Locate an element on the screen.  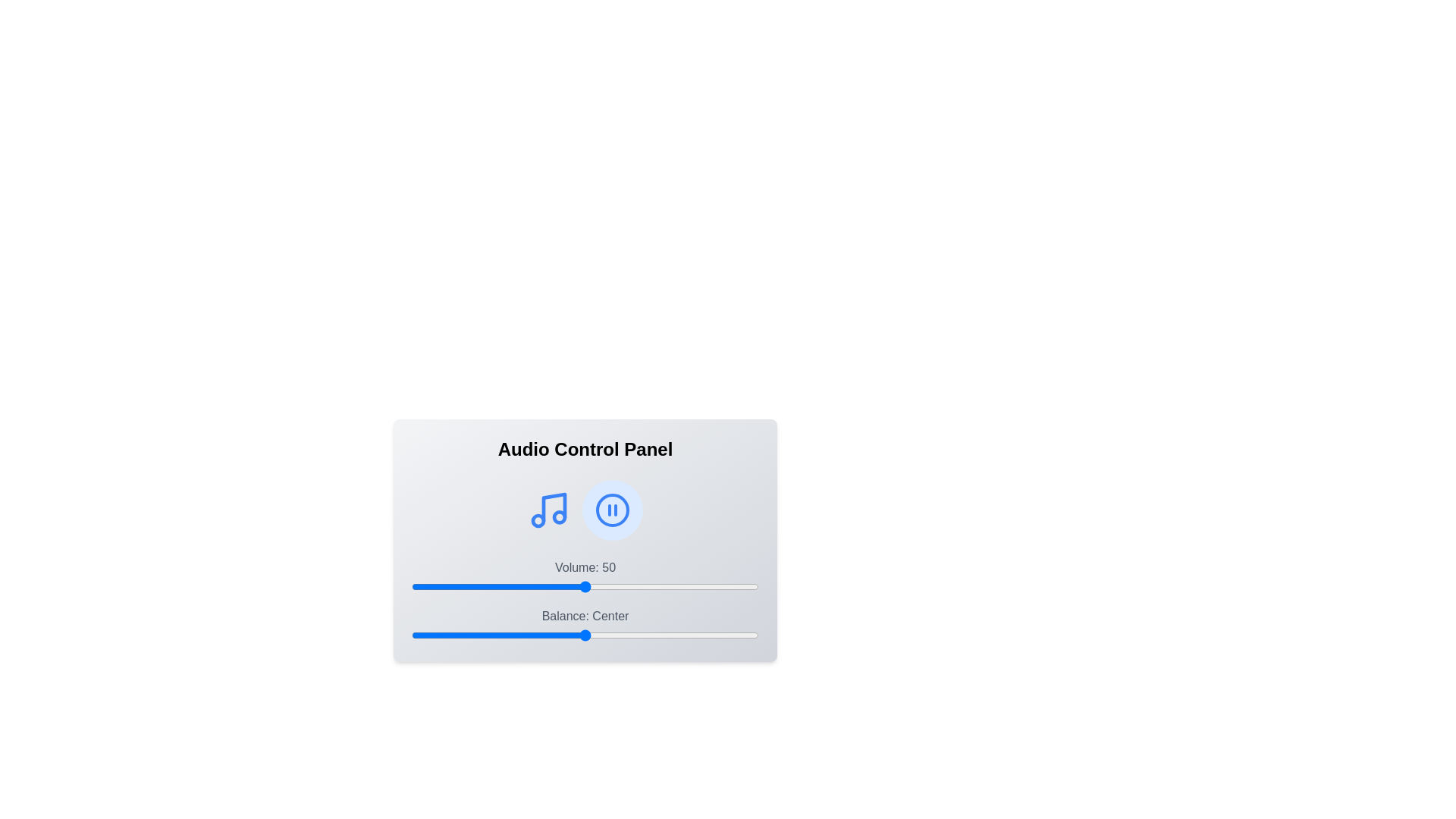
the balance is located at coordinates (755, 635).